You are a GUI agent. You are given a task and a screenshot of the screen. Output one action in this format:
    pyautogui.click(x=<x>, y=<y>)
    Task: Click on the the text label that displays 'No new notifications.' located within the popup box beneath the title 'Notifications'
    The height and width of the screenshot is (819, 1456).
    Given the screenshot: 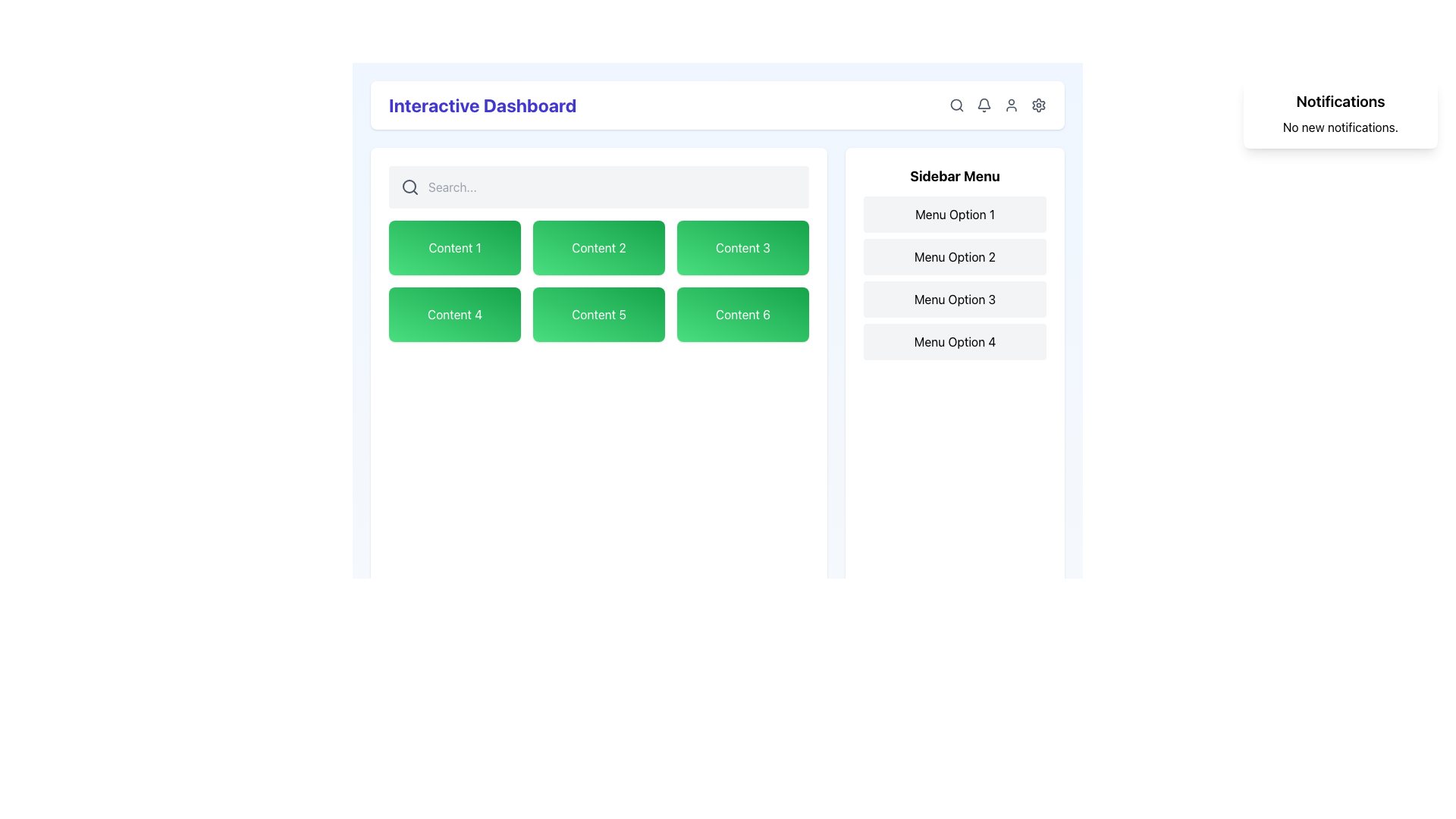 What is the action you would take?
    pyautogui.click(x=1340, y=127)
    